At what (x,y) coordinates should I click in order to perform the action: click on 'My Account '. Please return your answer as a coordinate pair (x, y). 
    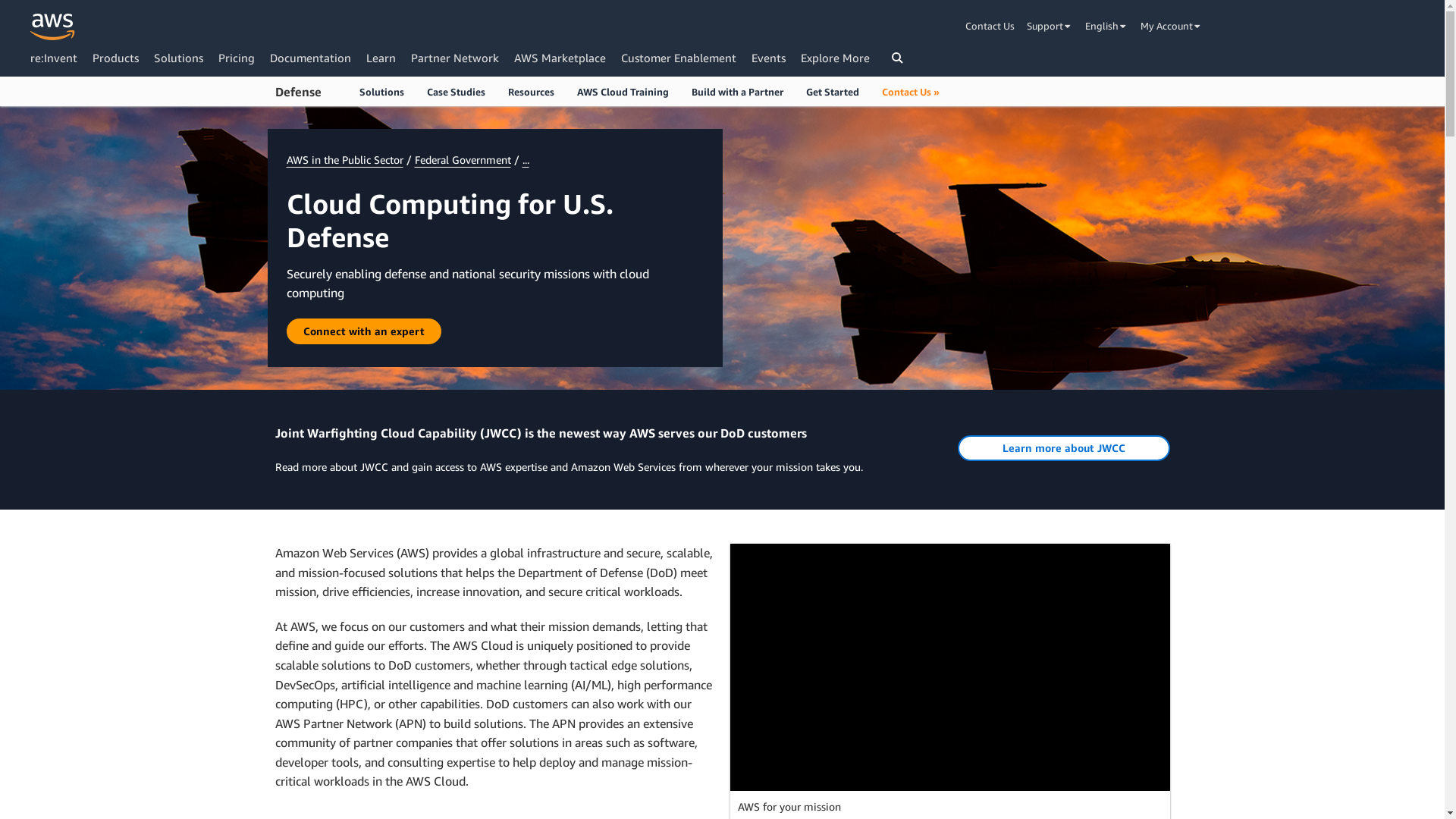
    Looking at the image, I should click on (1171, 26).